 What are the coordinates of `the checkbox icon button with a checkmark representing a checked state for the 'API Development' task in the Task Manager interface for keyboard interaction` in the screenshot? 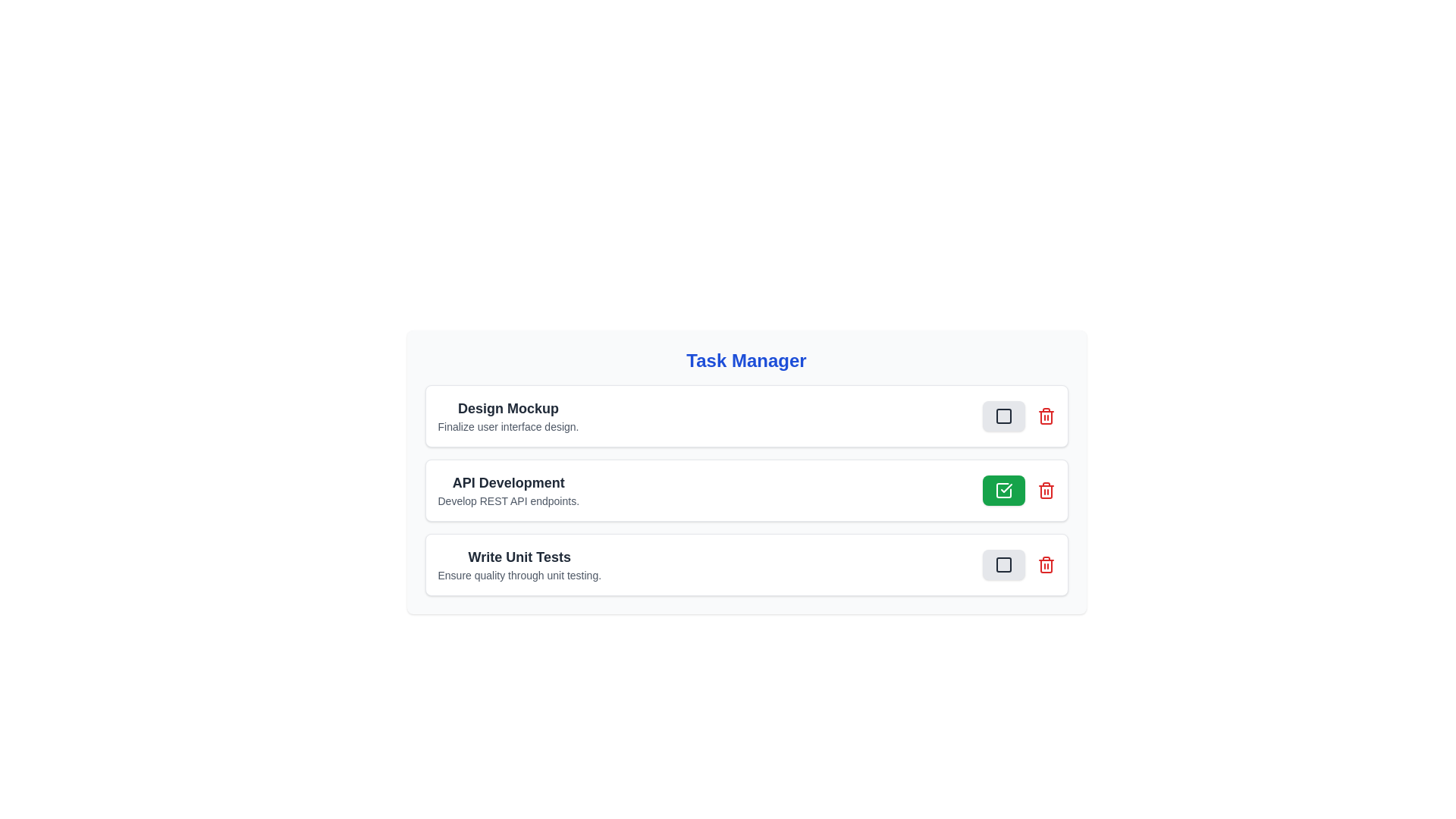 It's located at (1003, 491).